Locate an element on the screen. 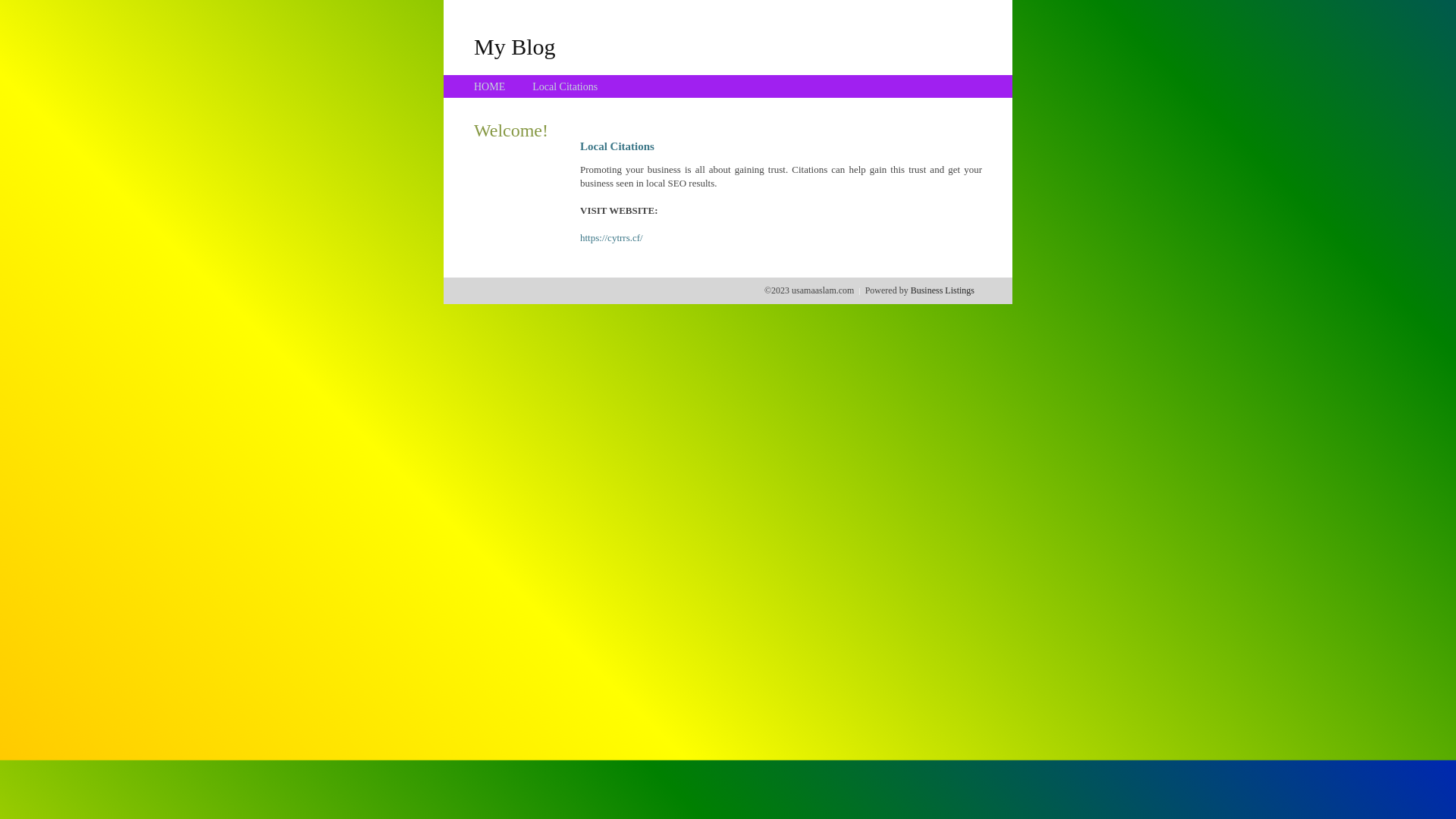 Image resolution: width=1456 pixels, height=819 pixels. 'Business Listings' is located at coordinates (942, 290).